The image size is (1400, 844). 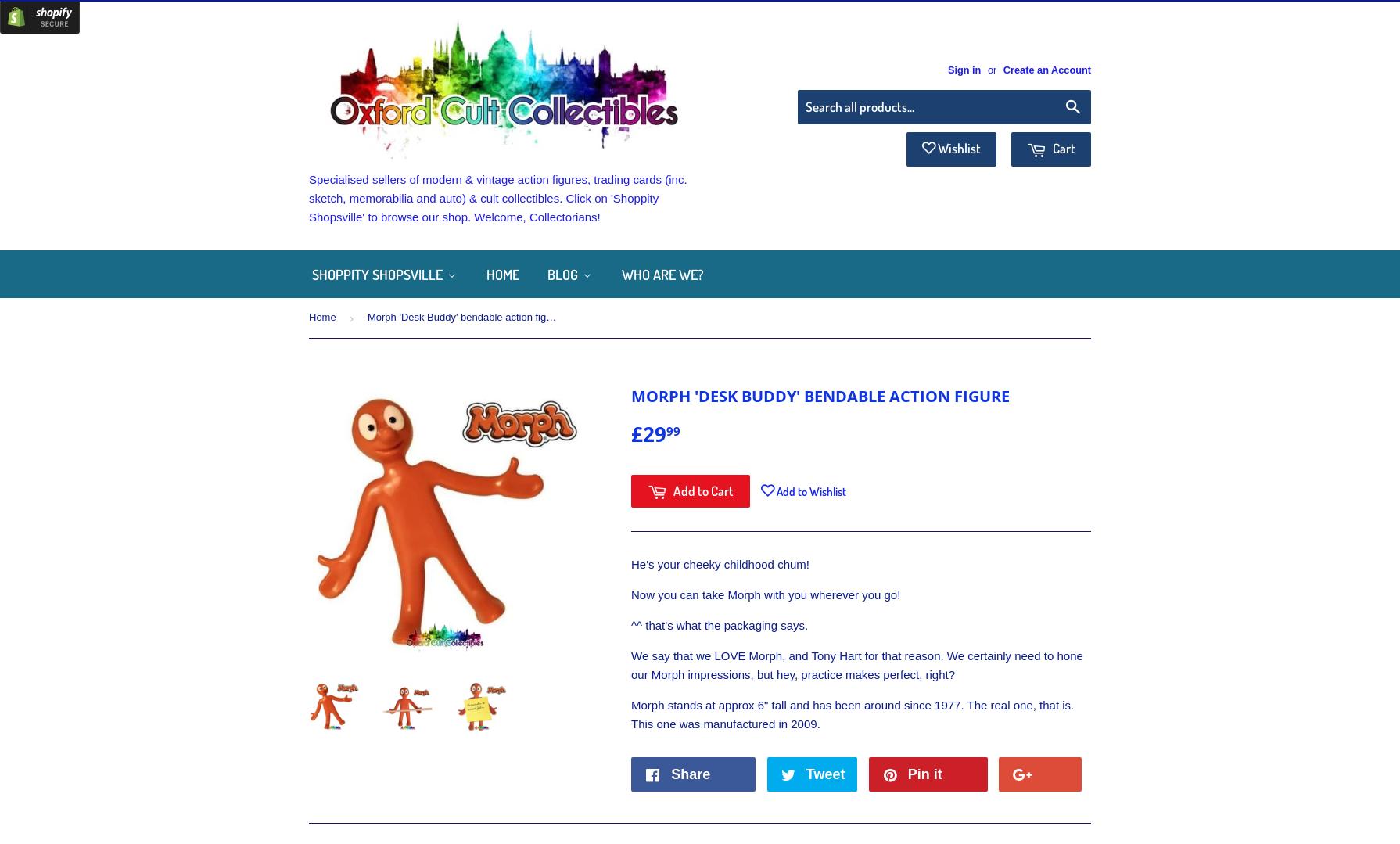 What do you see at coordinates (1061, 774) in the screenshot?
I see `'+1'` at bounding box center [1061, 774].